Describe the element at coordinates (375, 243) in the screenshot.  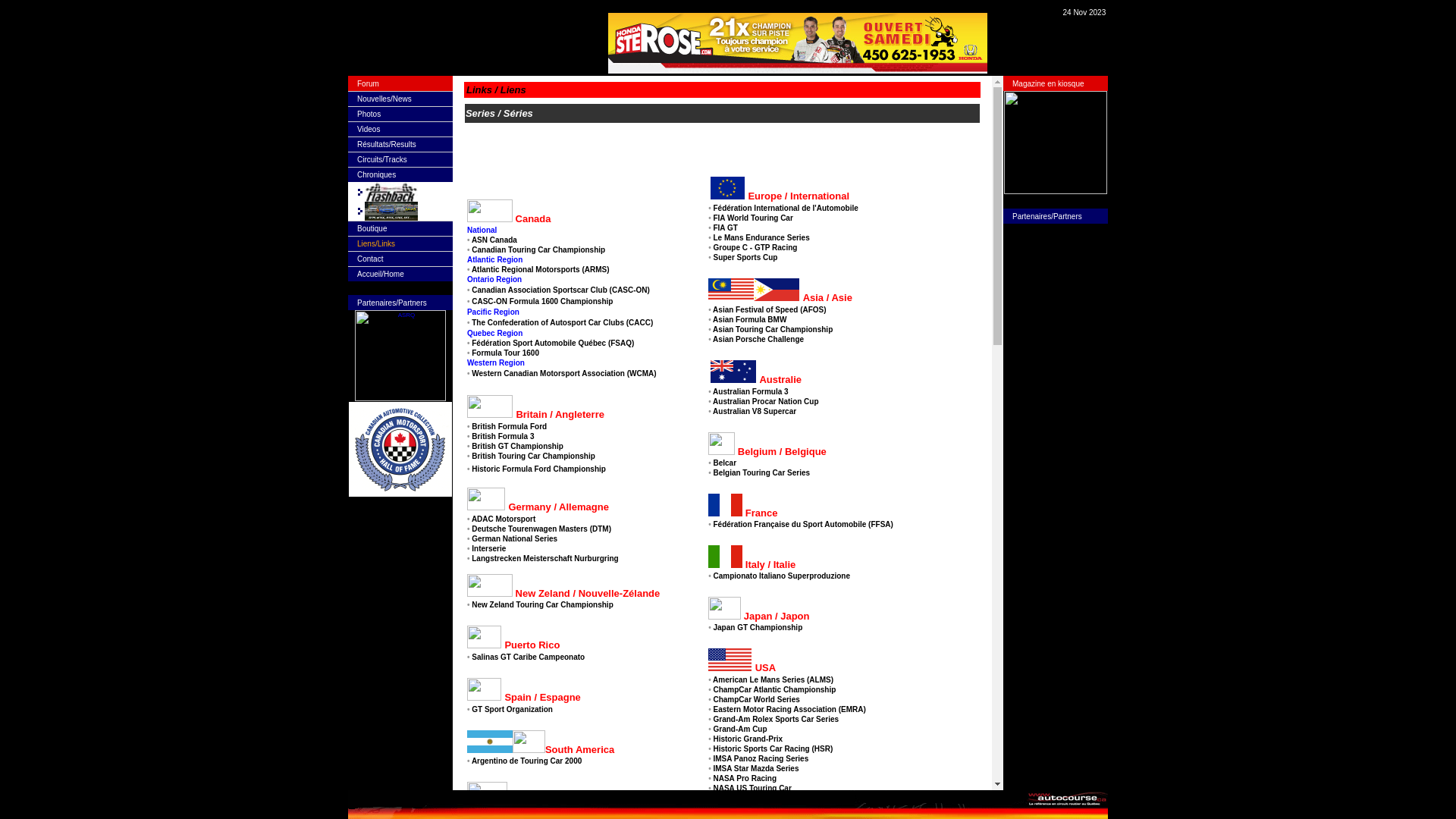
I see `'Liens/Links'` at that location.